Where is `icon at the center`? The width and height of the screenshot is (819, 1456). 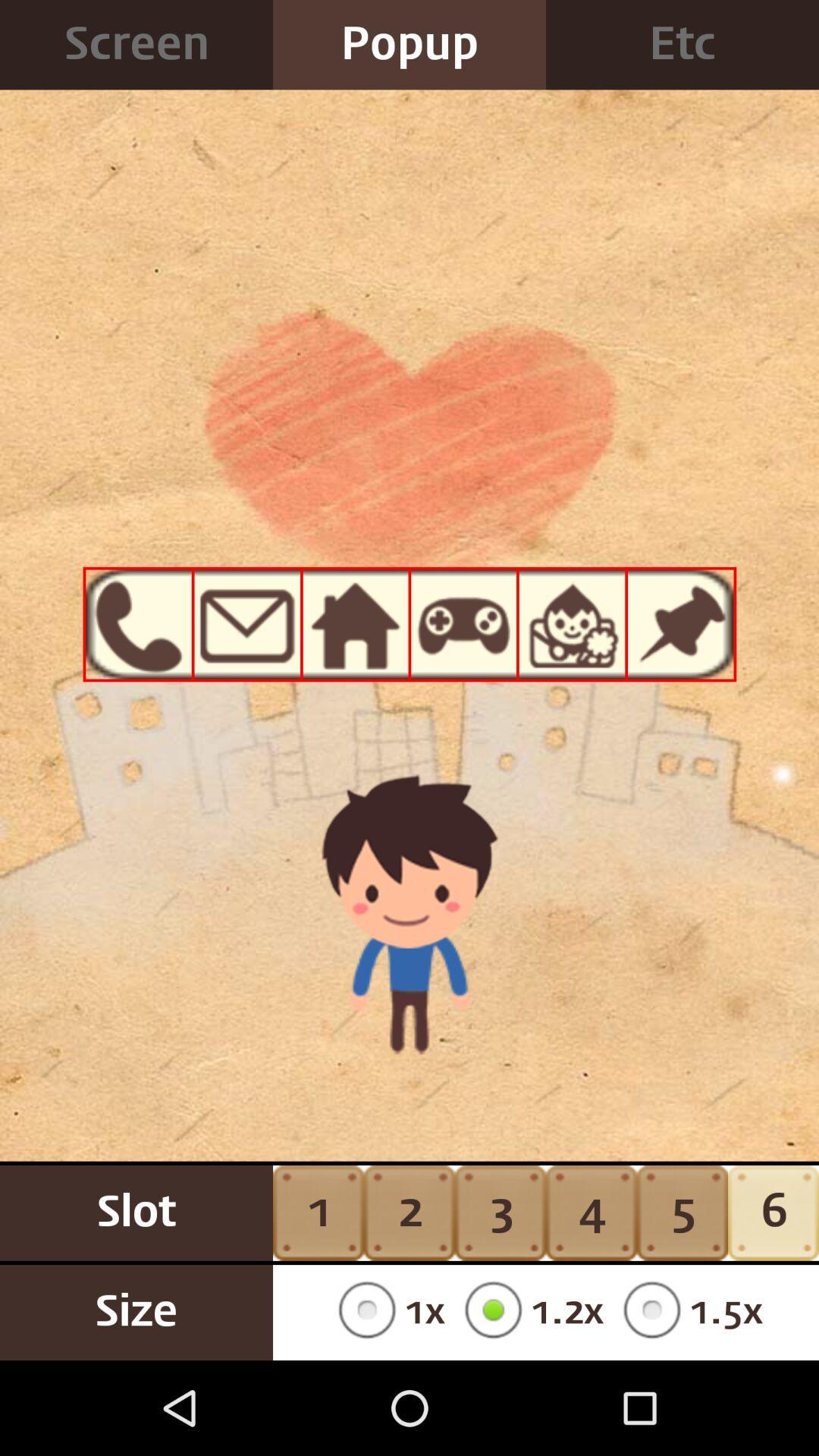 icon at the center is located at coordinates (409, 679).